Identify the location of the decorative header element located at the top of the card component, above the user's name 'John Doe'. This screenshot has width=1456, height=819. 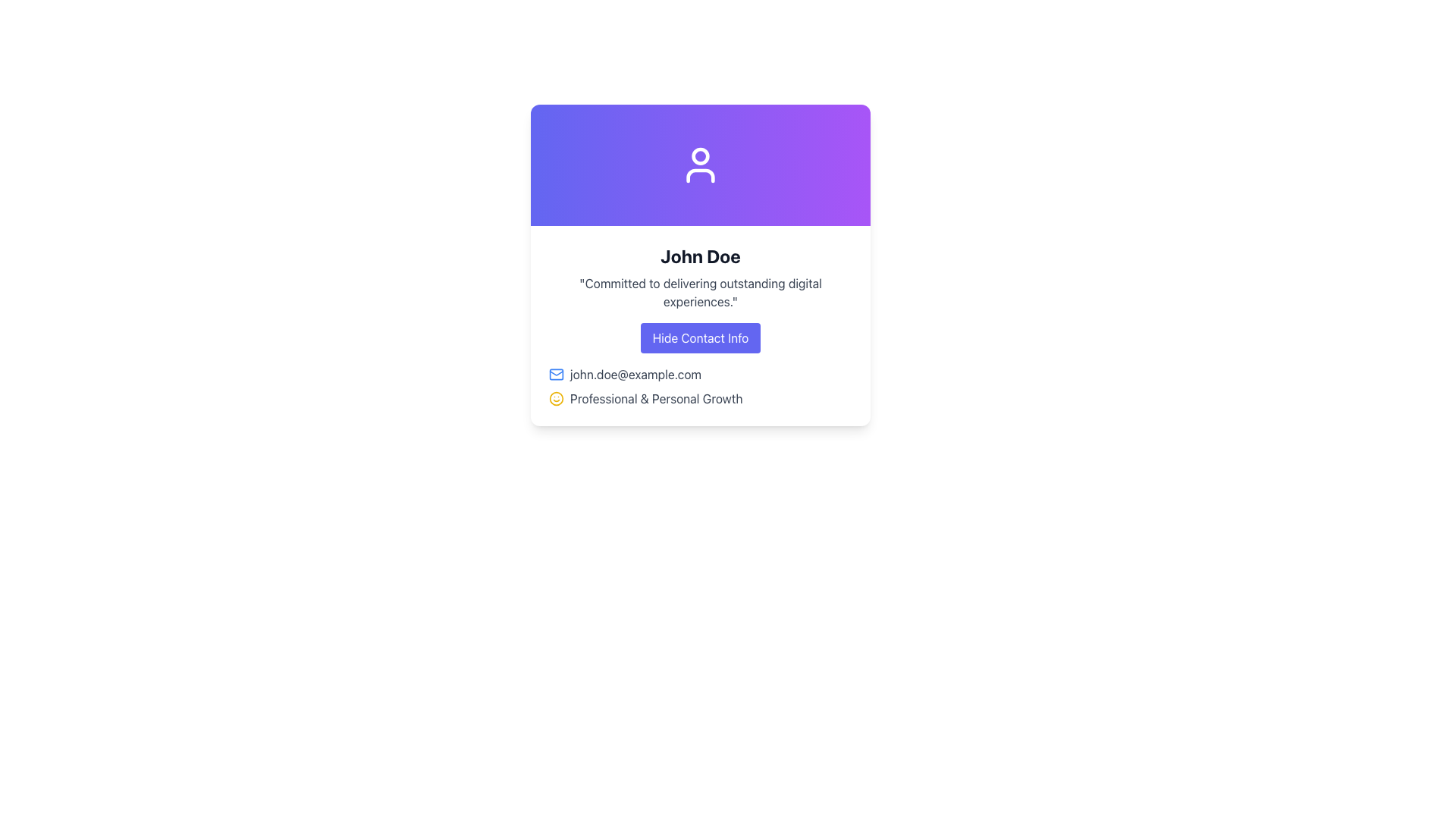
(700, 165).